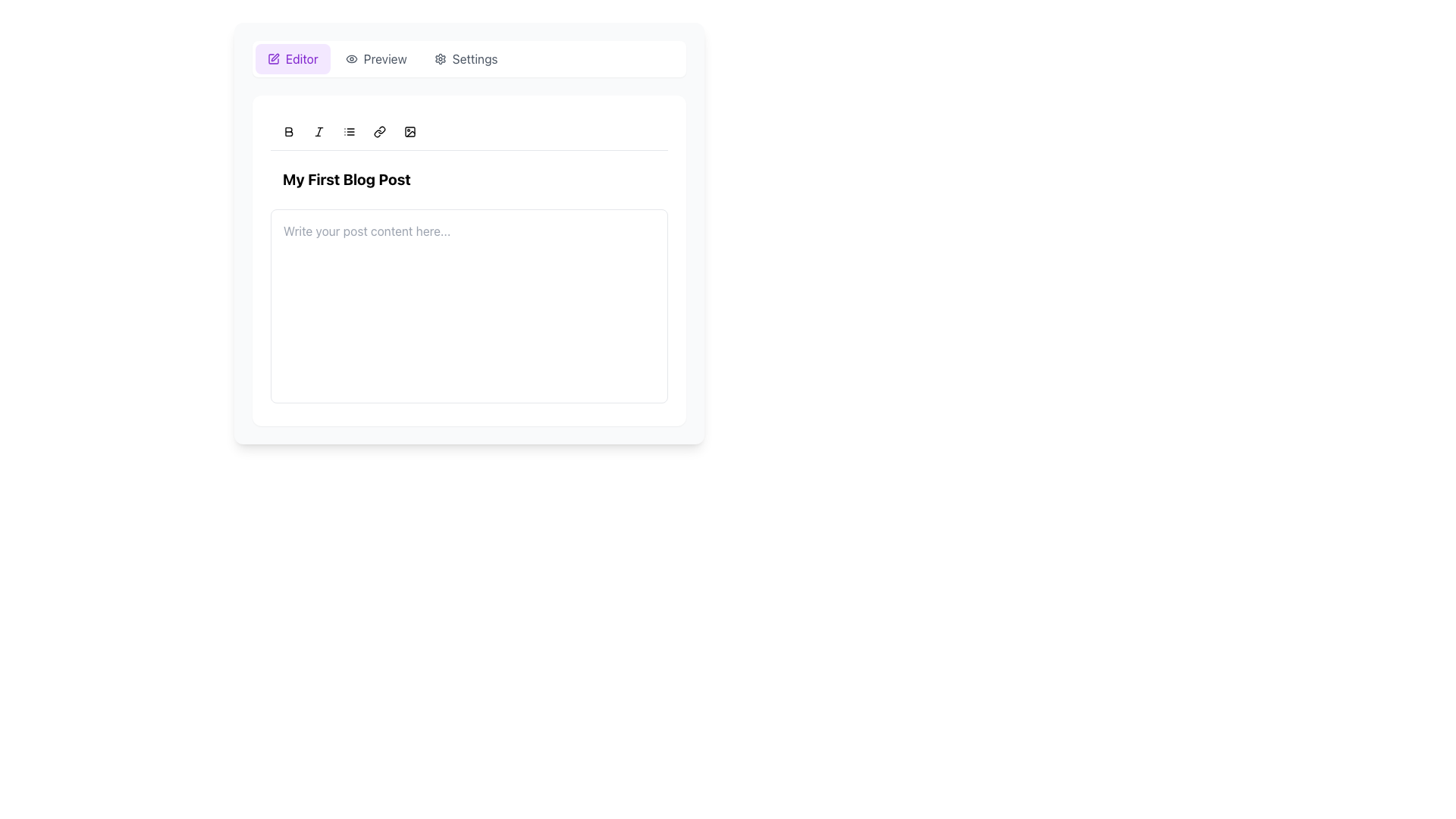  I want to click on the tooltip that provides additional context for the 'List' icon in the control toolbar, so click(350, 122).